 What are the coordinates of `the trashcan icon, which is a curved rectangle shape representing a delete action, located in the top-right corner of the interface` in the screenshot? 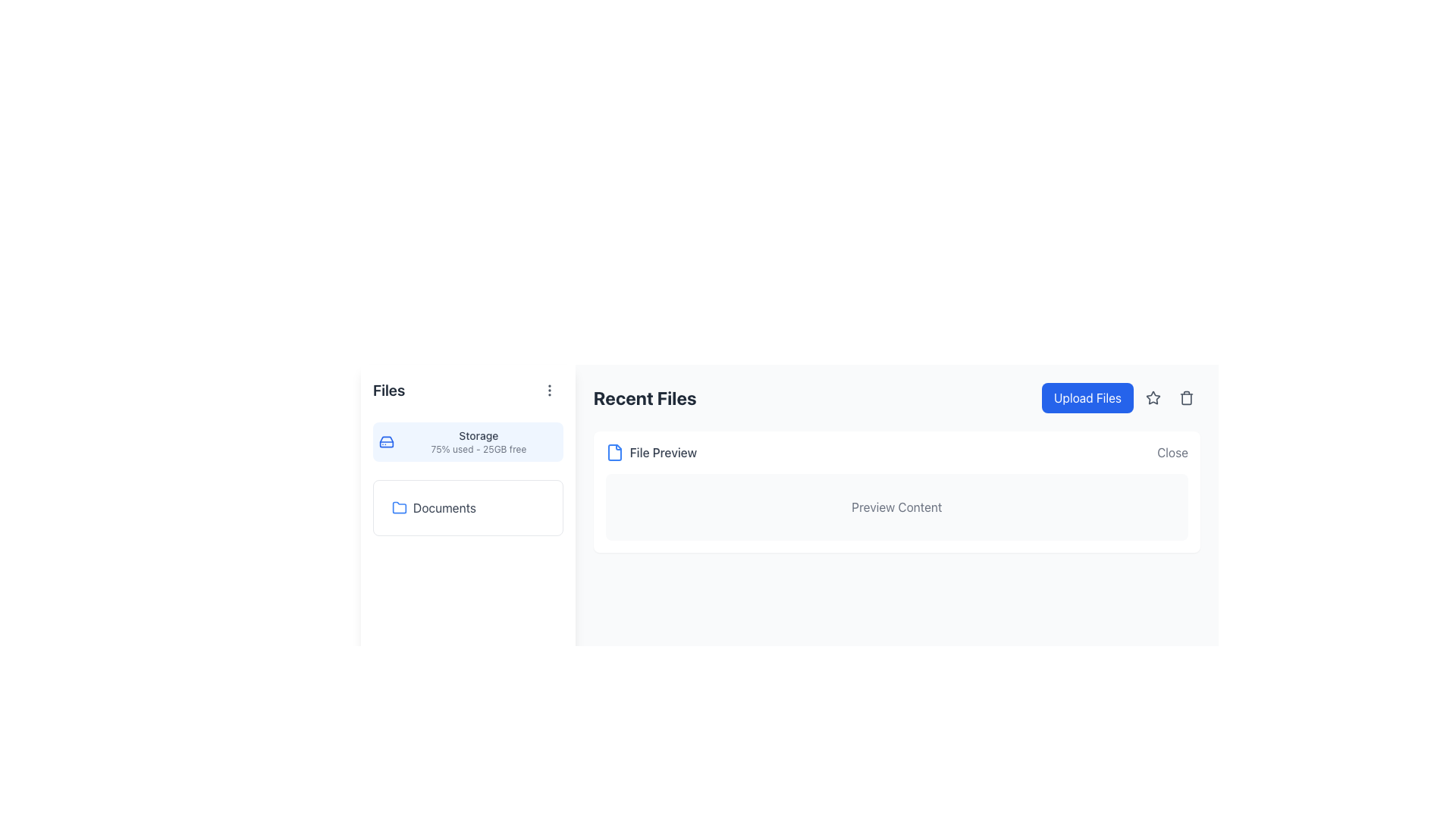 It's located at (1185, 397).